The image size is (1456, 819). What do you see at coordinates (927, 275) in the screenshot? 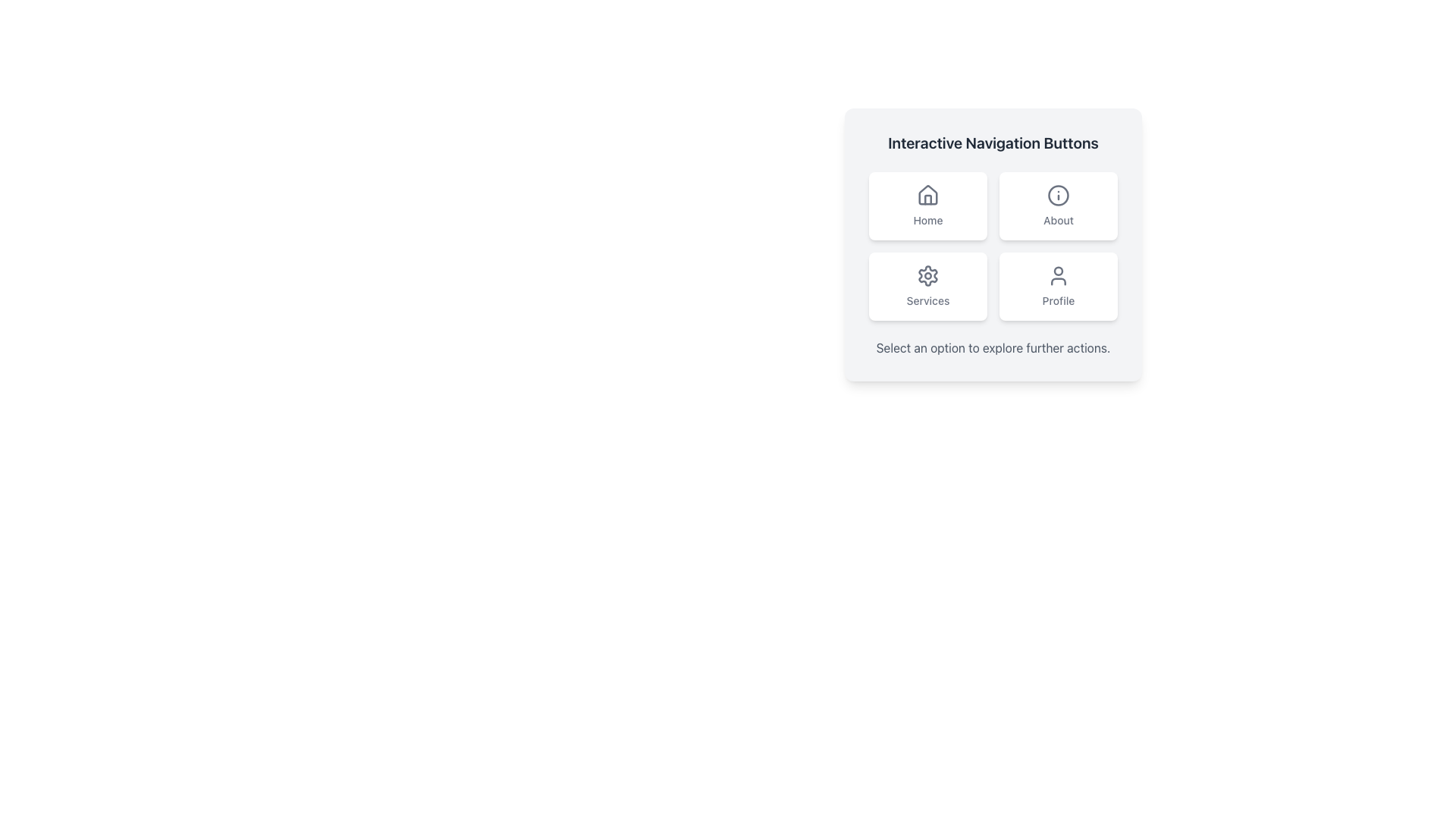
I see `the gear icon representing the 'Services' functionality, which is located at the top center of the 'Services' button in the navigation options grid` at bounding box center [927, 275].